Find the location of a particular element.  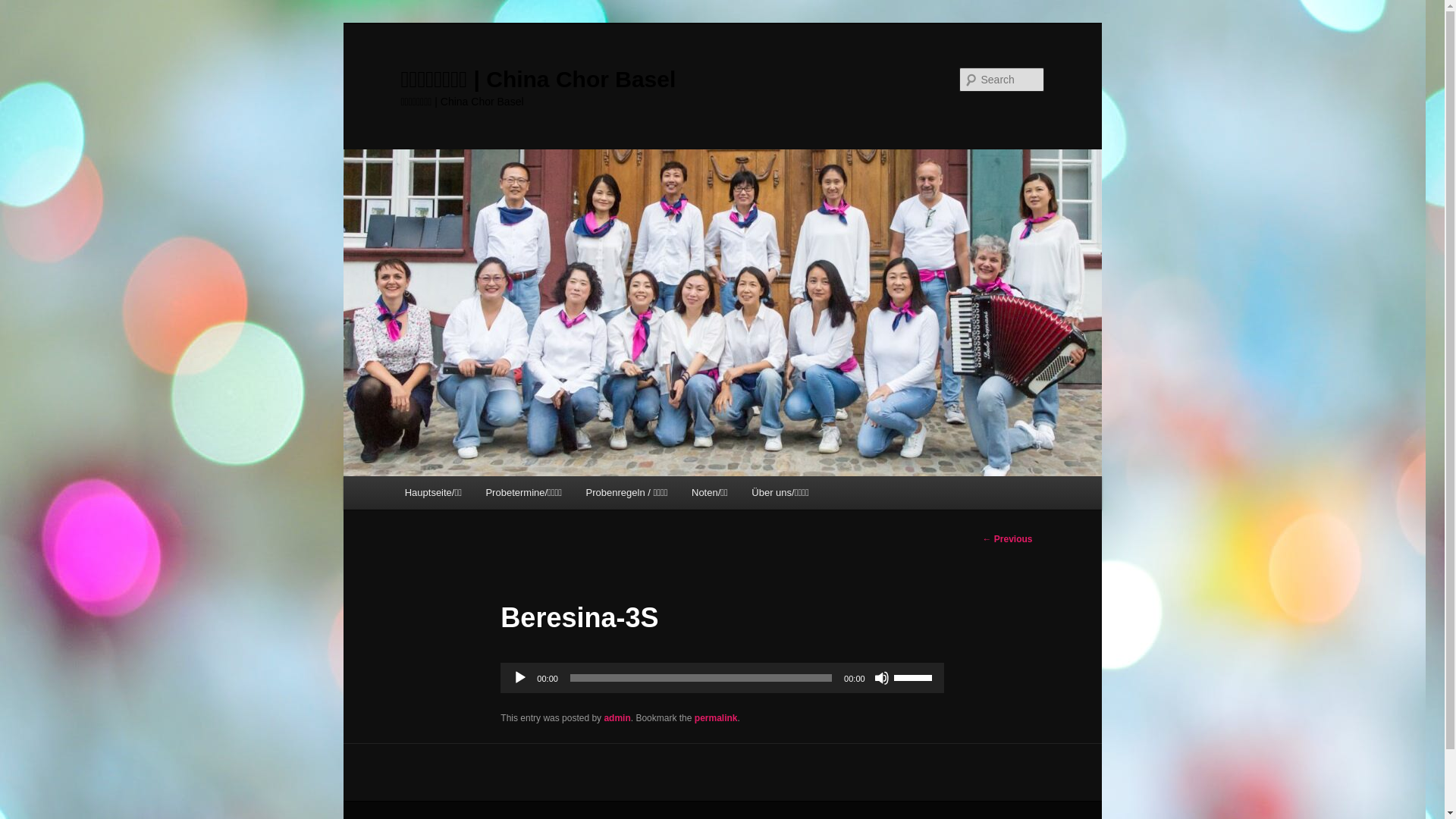

'Use Up/Down Arrow keys to increase or decrease volume.' is located at coordinates (894, 675).